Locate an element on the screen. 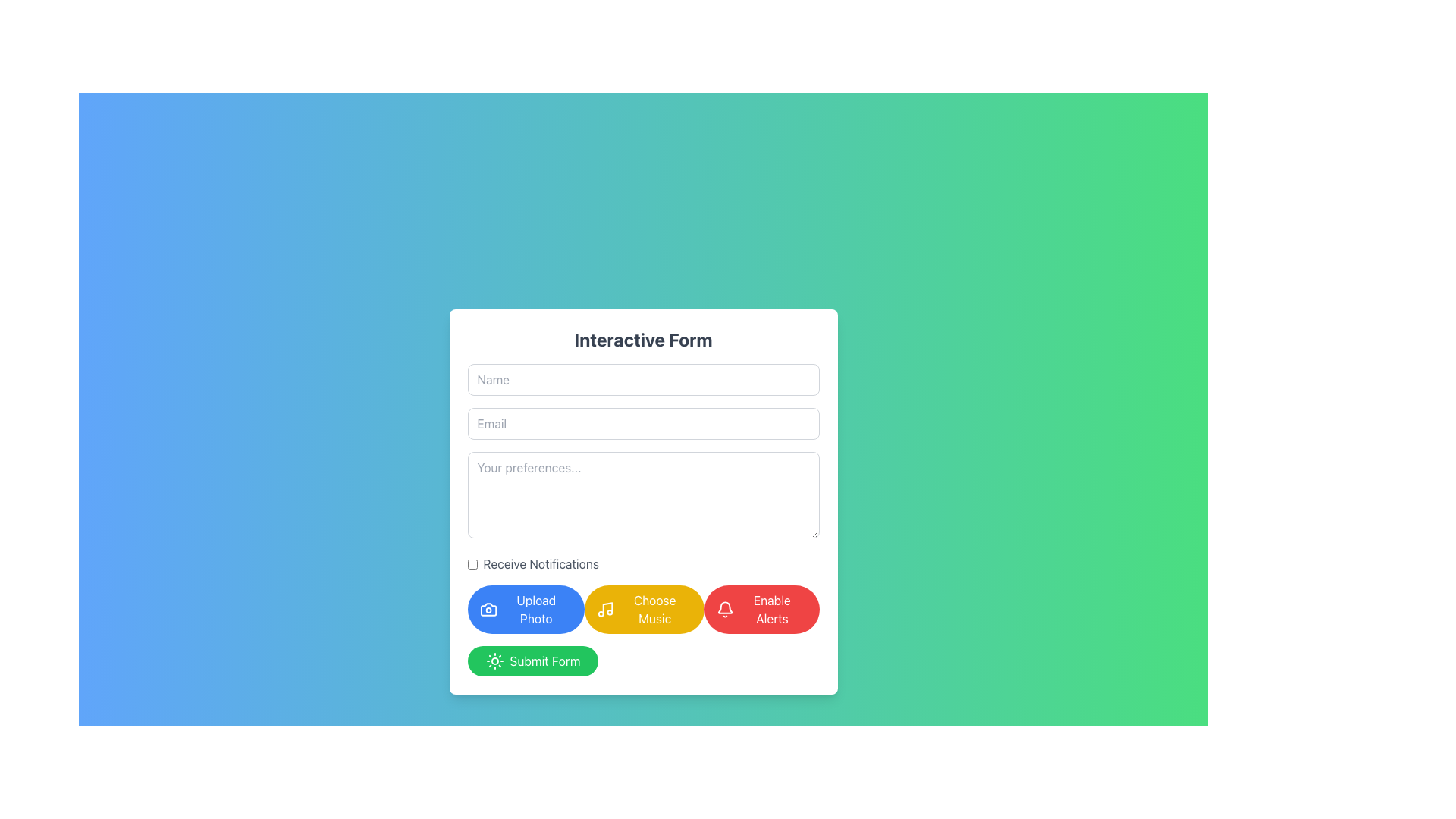 This screenshot has width=1456, height=819. the 'Enable Alerts' button that contains the bell icon is located at coordinates (724, 608).